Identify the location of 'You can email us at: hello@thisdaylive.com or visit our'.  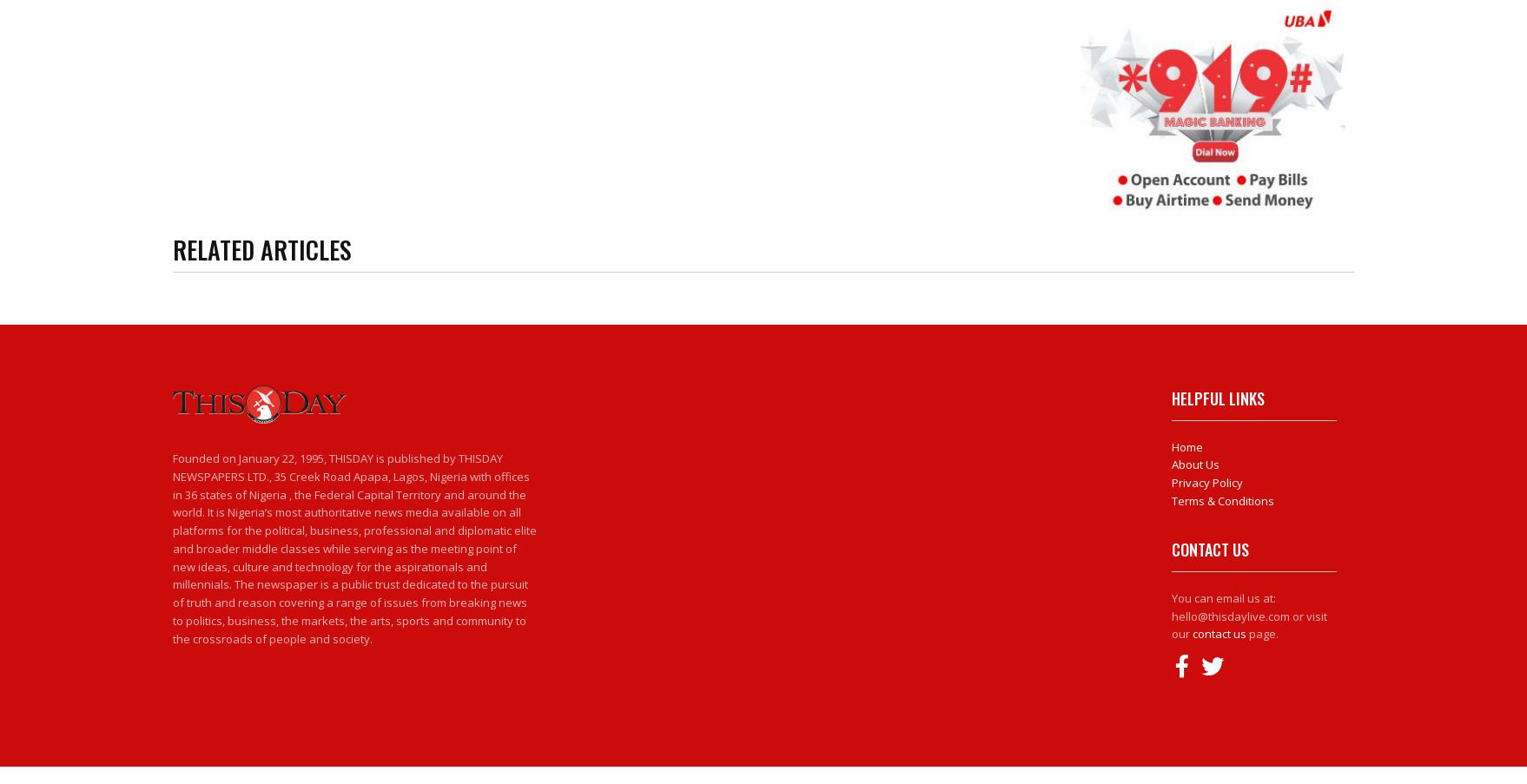
(1170, 615).